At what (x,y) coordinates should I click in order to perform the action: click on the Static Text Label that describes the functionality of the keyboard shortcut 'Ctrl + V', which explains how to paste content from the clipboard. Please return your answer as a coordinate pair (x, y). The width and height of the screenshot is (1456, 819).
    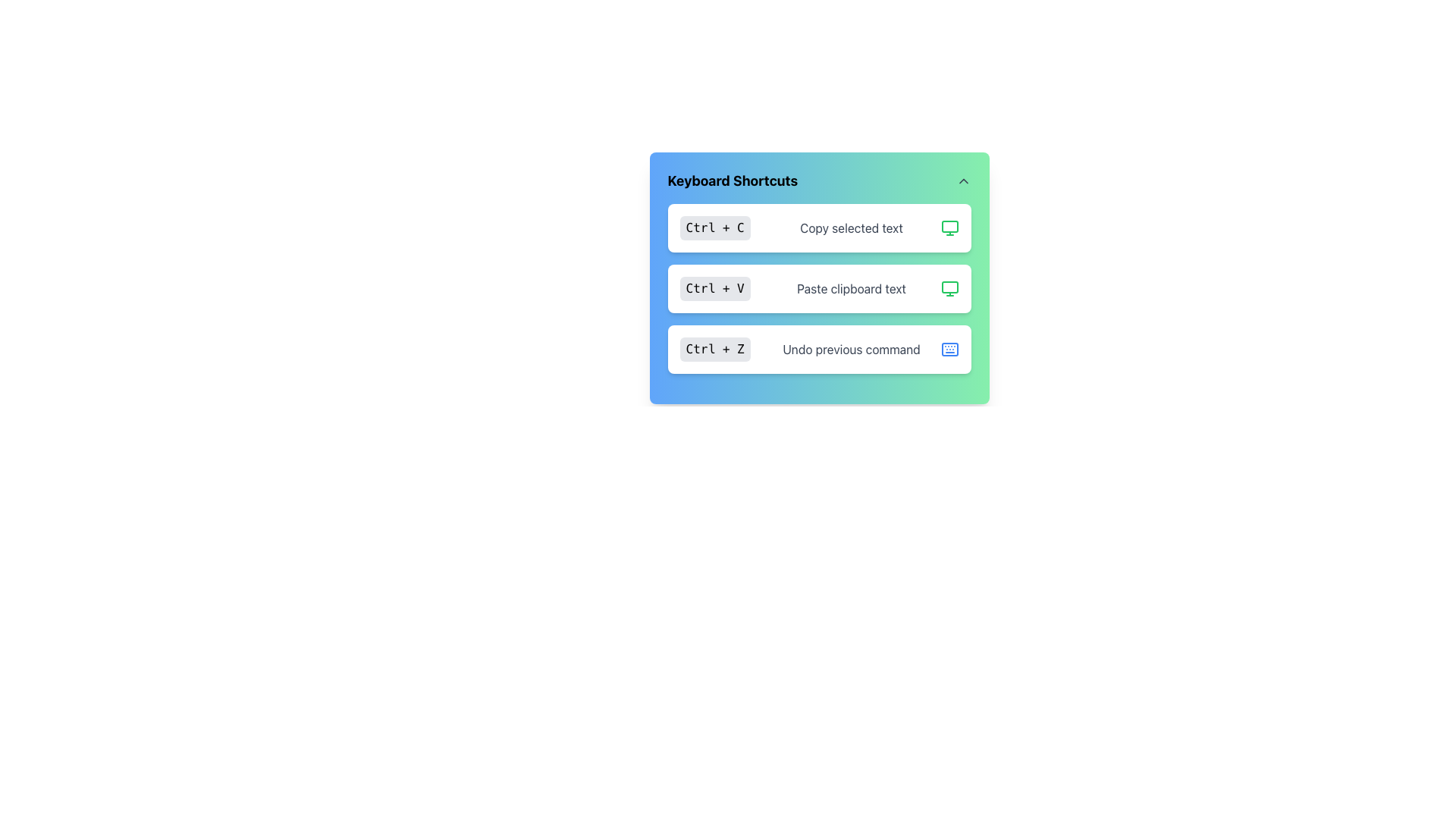
    Looking at the image, I should click on (852, 289).